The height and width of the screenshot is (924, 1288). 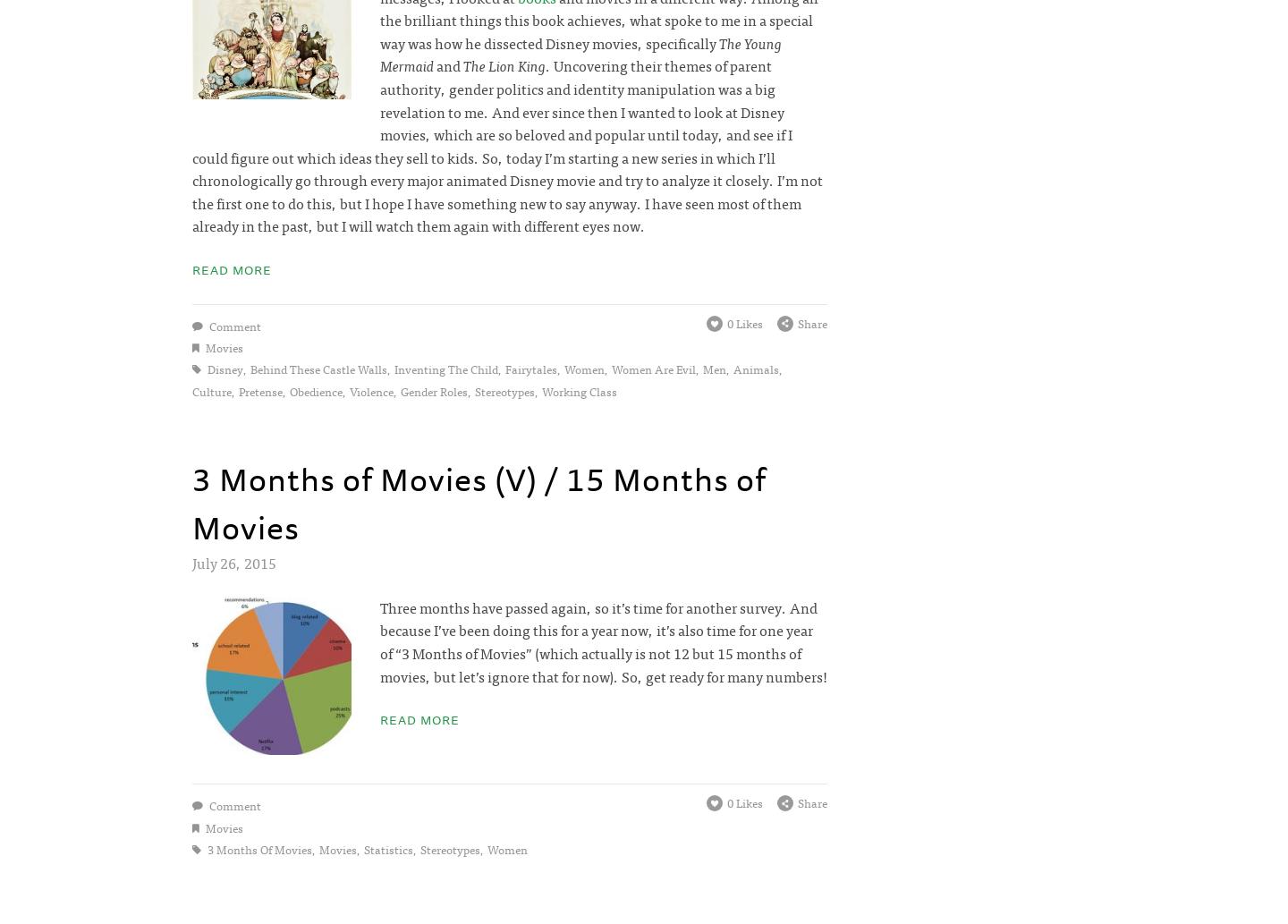 I want to click on 'culture', so click(x=212, y=390).